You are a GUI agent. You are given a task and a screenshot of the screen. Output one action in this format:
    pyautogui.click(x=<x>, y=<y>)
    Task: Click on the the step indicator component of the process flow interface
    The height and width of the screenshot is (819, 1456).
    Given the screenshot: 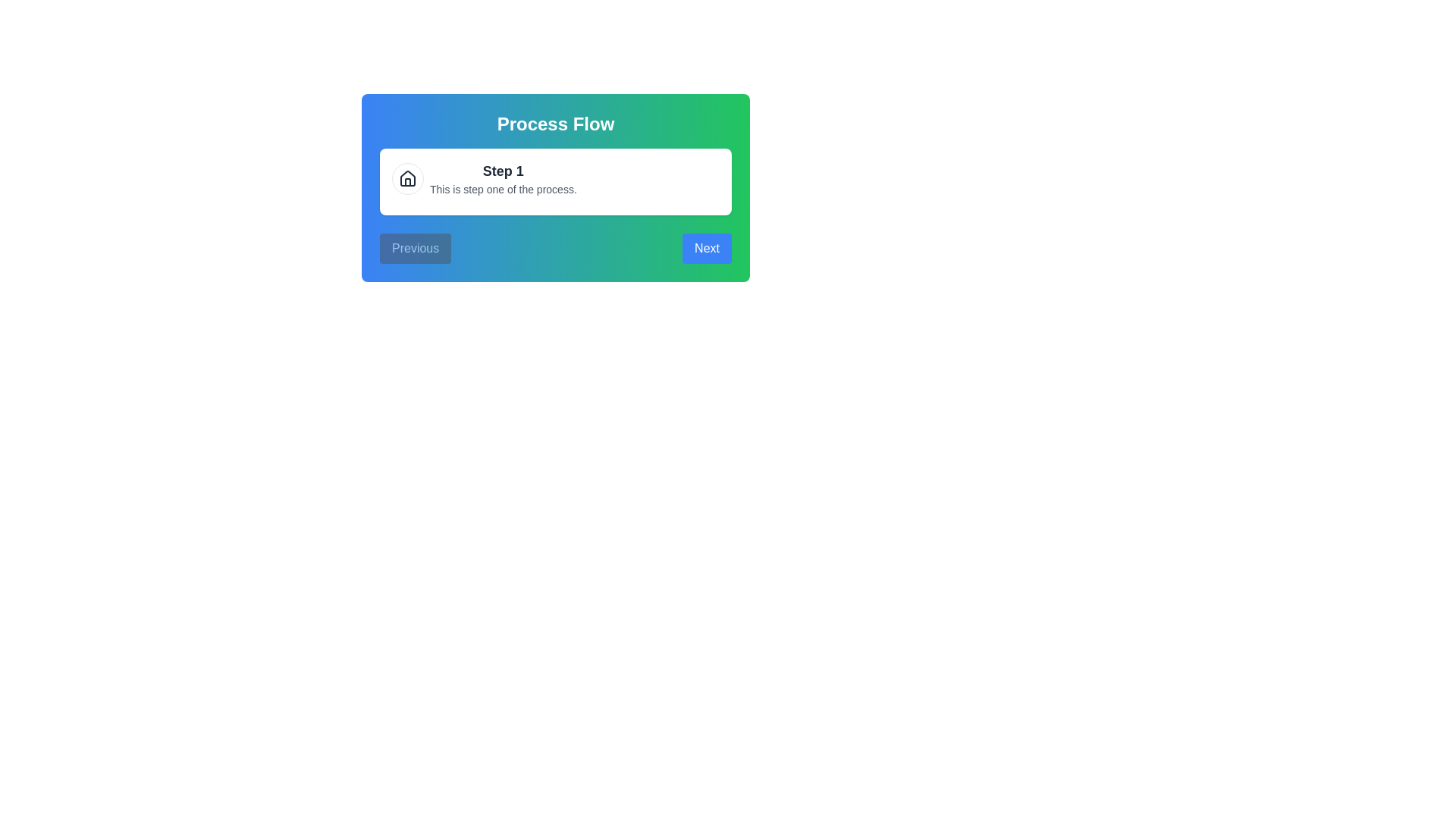 What is the action you would take?
    pyautogui.click(x=555, y=187)
    